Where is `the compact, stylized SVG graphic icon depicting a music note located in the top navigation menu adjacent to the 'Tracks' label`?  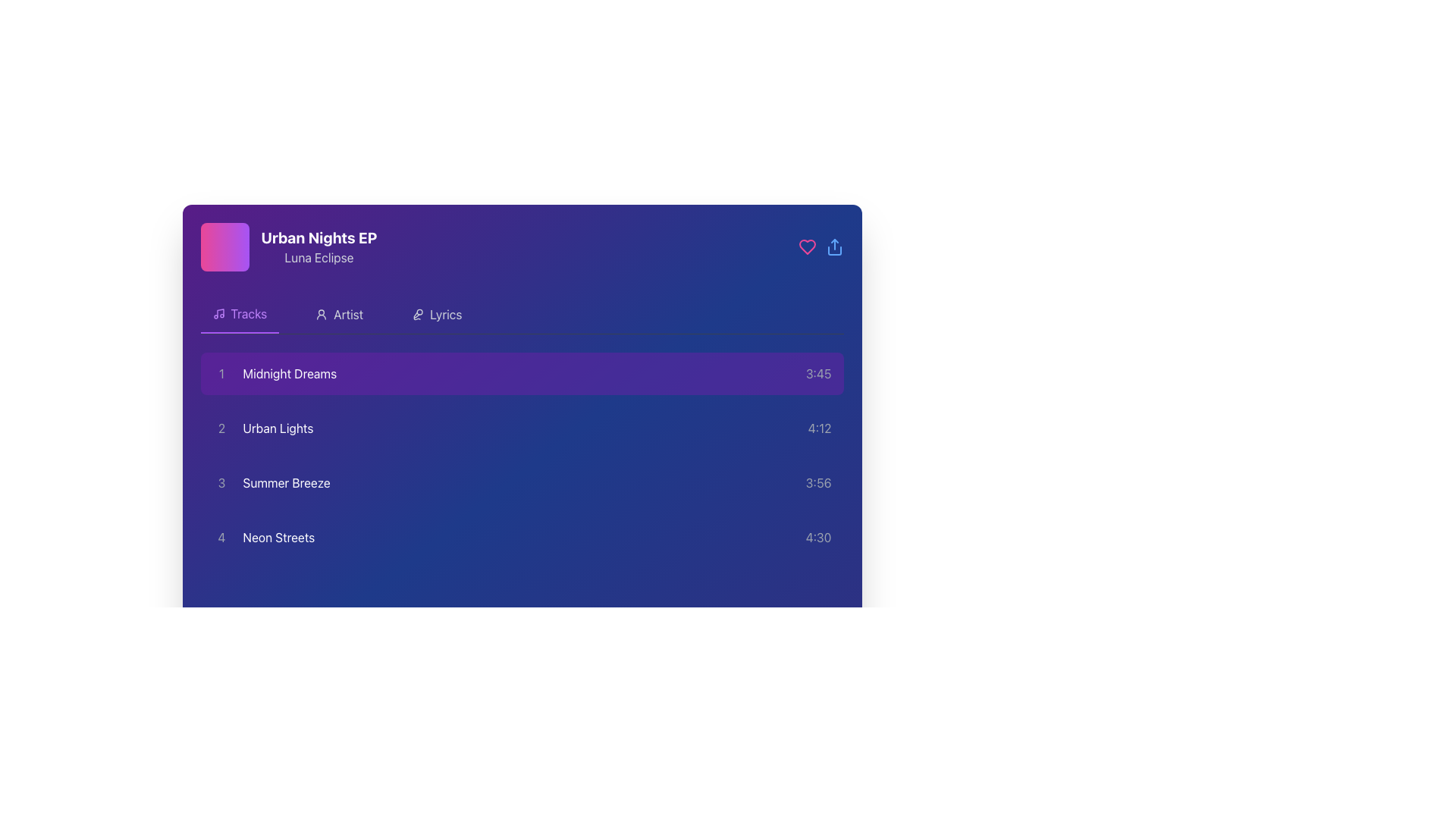
the compact, stylized SVG graphic icon depicting a music note located in the top navigation menu adjacent to the 'Tracks' label is located at coordinates (218, 312).